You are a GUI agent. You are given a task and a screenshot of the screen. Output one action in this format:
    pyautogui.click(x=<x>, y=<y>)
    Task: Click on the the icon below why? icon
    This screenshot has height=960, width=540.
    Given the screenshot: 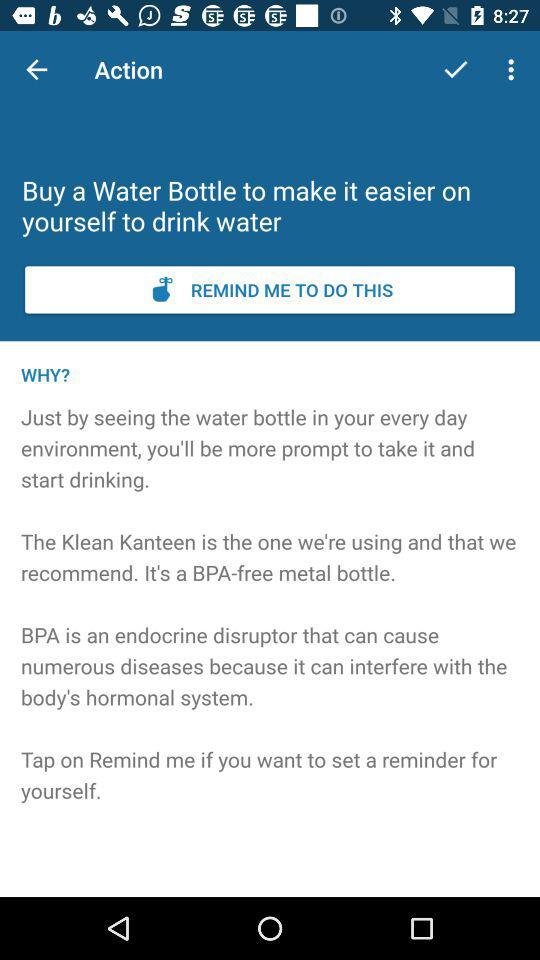 What is the action you would take?
    pyautogui.click(x=270, y=630)
    